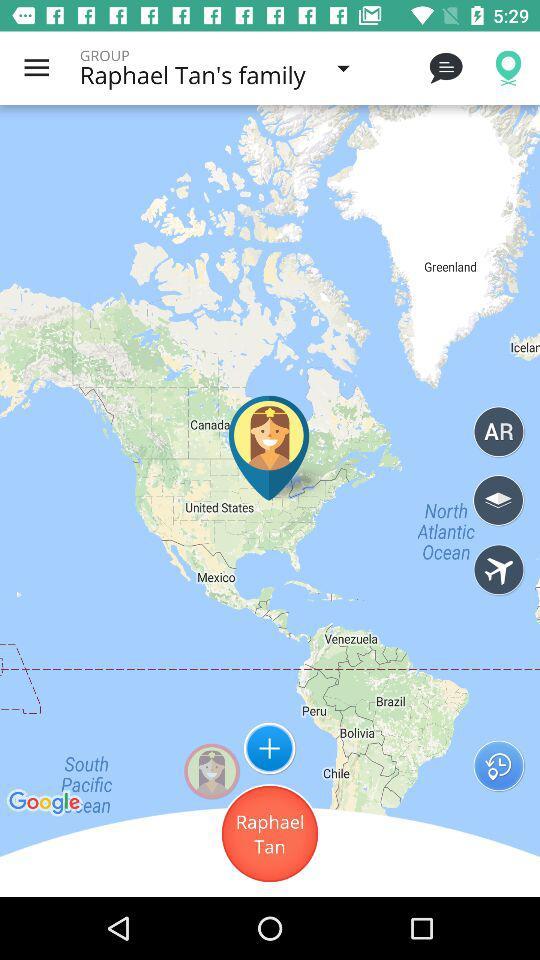 This screenshot has width=540, height=960. What do you see at coordinates (497, 569) in the screenshot?
I see `search flights` at bounding box center [497, 569].